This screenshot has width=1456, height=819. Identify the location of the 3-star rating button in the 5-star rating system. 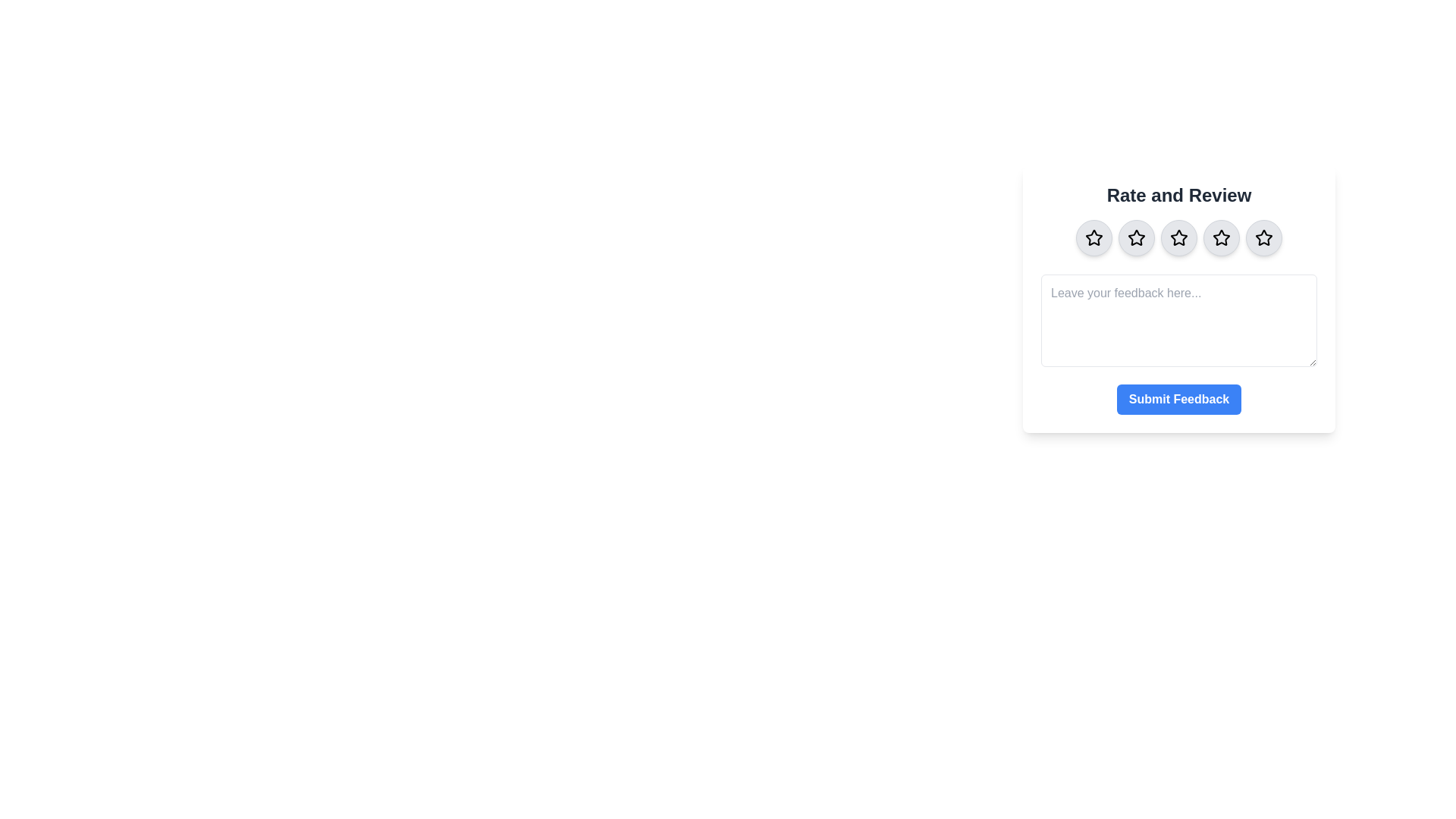
(1178, 237).